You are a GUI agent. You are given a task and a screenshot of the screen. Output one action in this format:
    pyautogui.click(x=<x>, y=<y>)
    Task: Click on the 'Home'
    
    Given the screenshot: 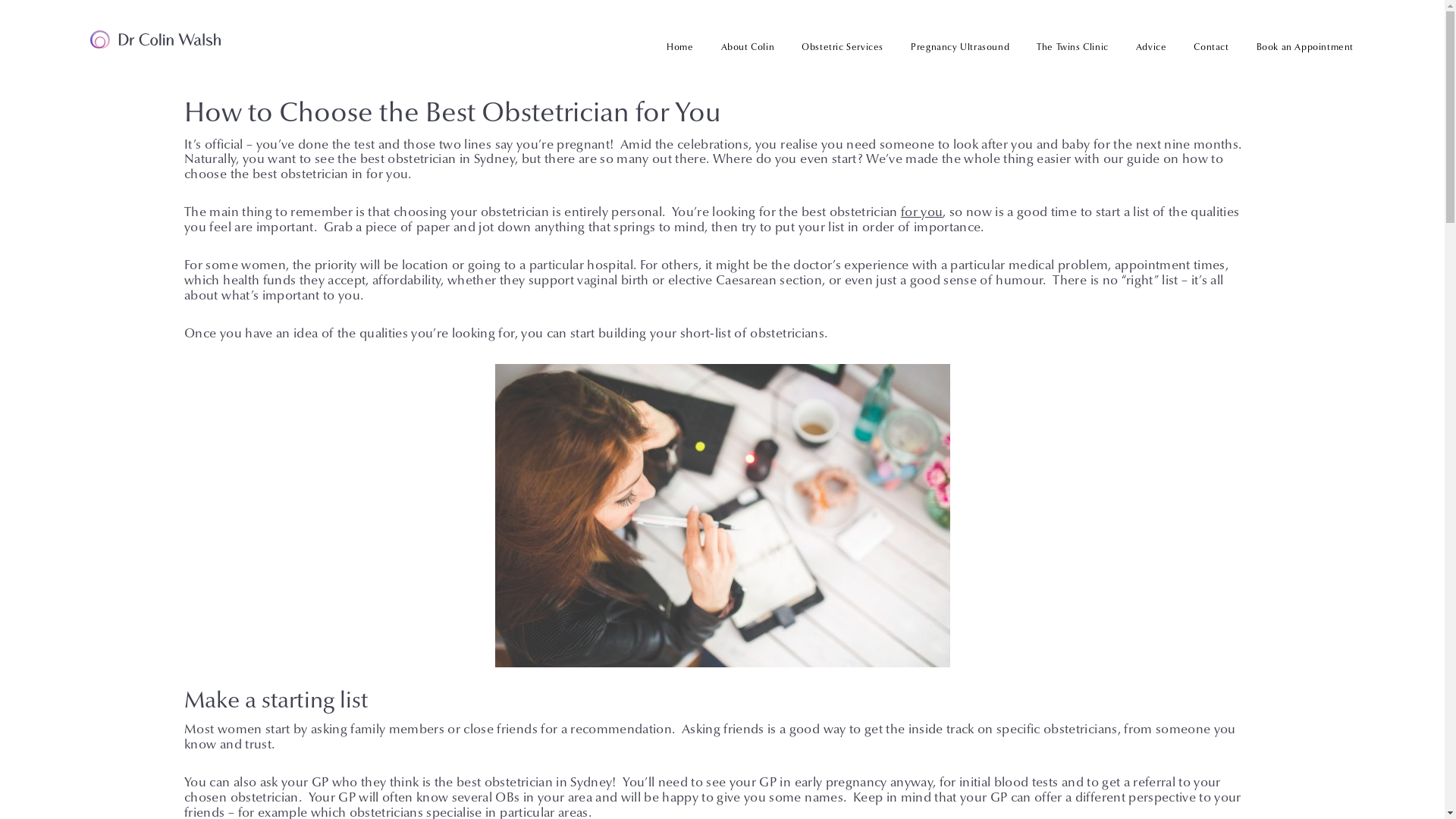 What is the action you would take?
    pyautogui.click(x=679, y=46)
    